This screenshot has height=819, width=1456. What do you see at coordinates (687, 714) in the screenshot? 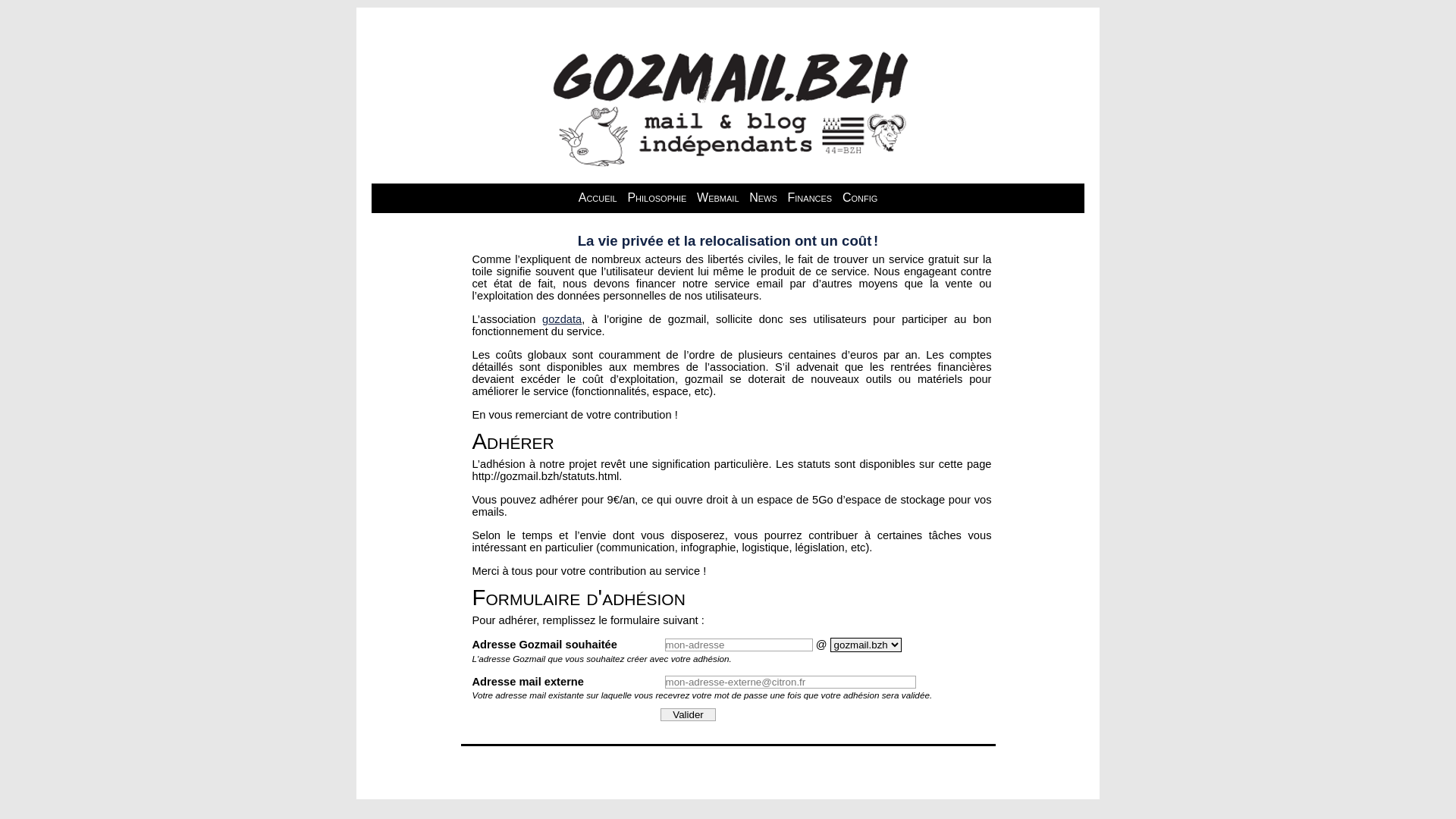
I see `'    Valider    '` at bounding box center [687, 714].